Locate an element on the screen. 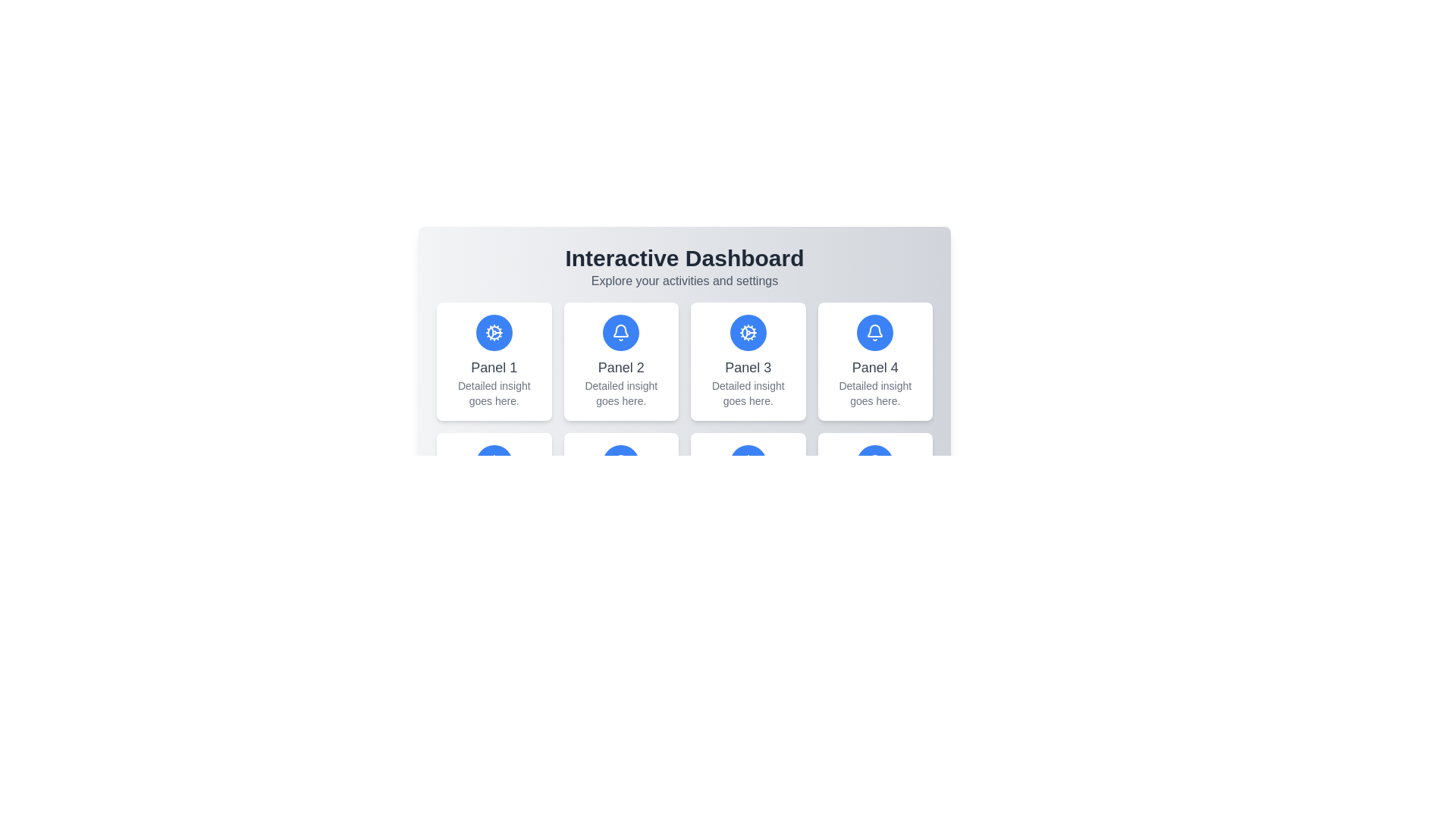 Image resolution: width=1456 pixels, height=819 pixels. the text label 'Panel 2' which is styled with a large font size and gray color, located in the second card of a grid layout is located at coordinates (621, 368).